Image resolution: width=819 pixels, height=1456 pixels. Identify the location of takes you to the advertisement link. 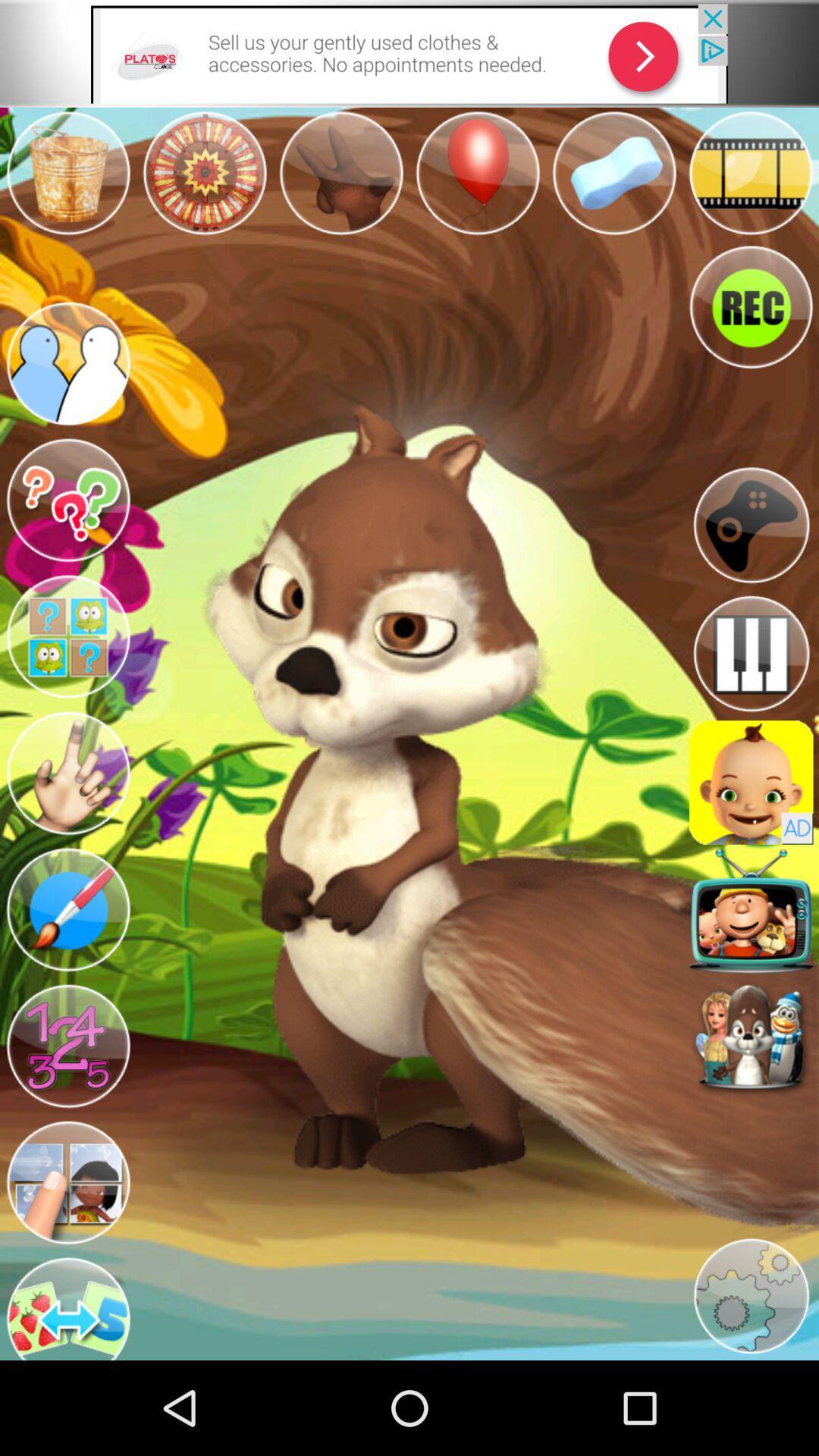
(409, 53).